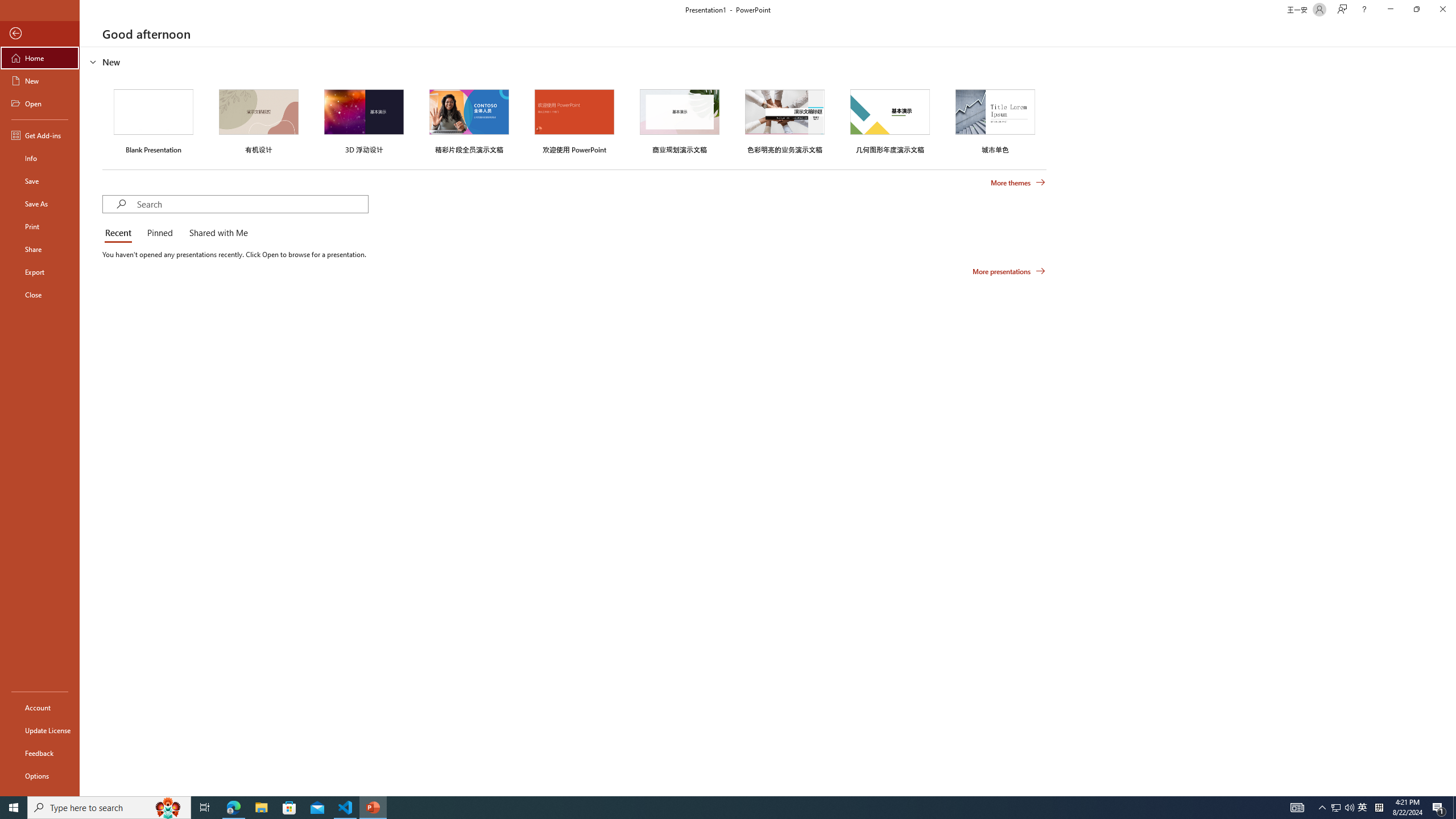 The width and height of the screenshot is (1456, 819). What do you see at coordinates (120, 233) in the screenshot?
I see `'Recent'` at bounding box center [120, 233].